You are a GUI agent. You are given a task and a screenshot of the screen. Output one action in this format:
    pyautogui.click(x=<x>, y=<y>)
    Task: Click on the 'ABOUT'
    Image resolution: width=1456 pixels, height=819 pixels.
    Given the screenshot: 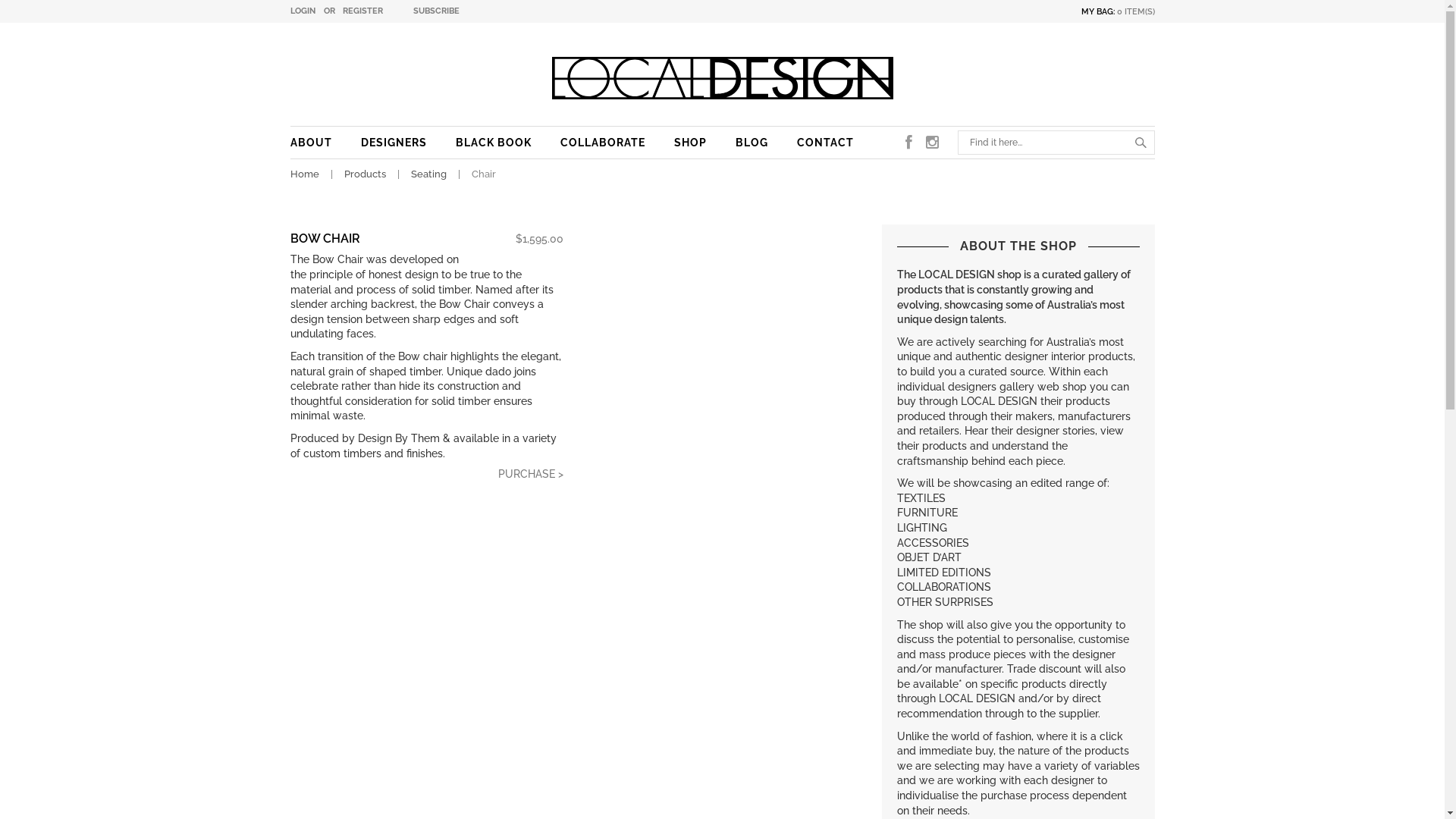 What is the action you would take?
    pyautogui.click(x=290, y=143)
    